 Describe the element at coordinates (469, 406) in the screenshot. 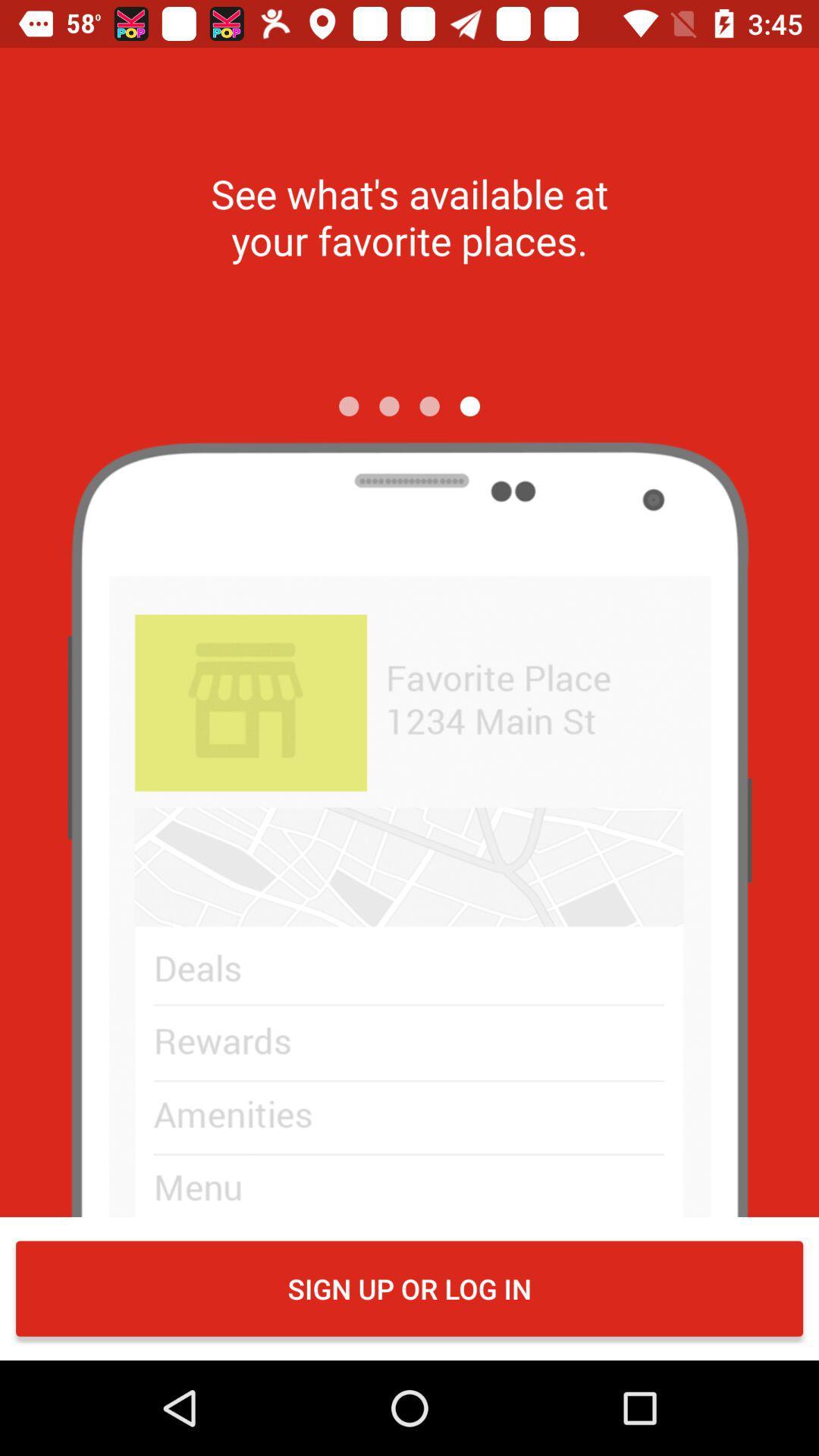

I see `icon below see what s item` at that location.